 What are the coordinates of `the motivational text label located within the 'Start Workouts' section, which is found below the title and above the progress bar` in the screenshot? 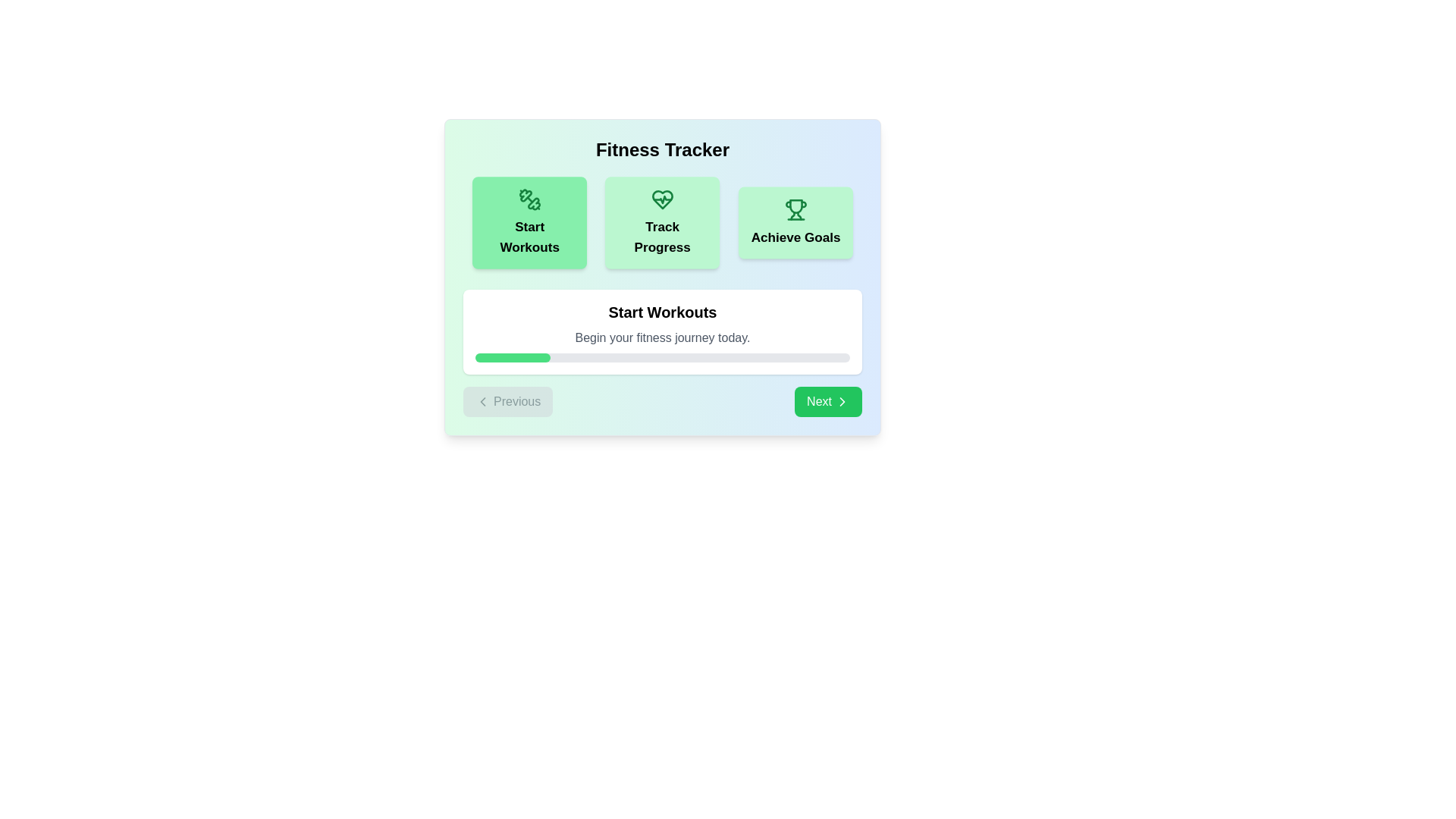 It's located at (662, 337).